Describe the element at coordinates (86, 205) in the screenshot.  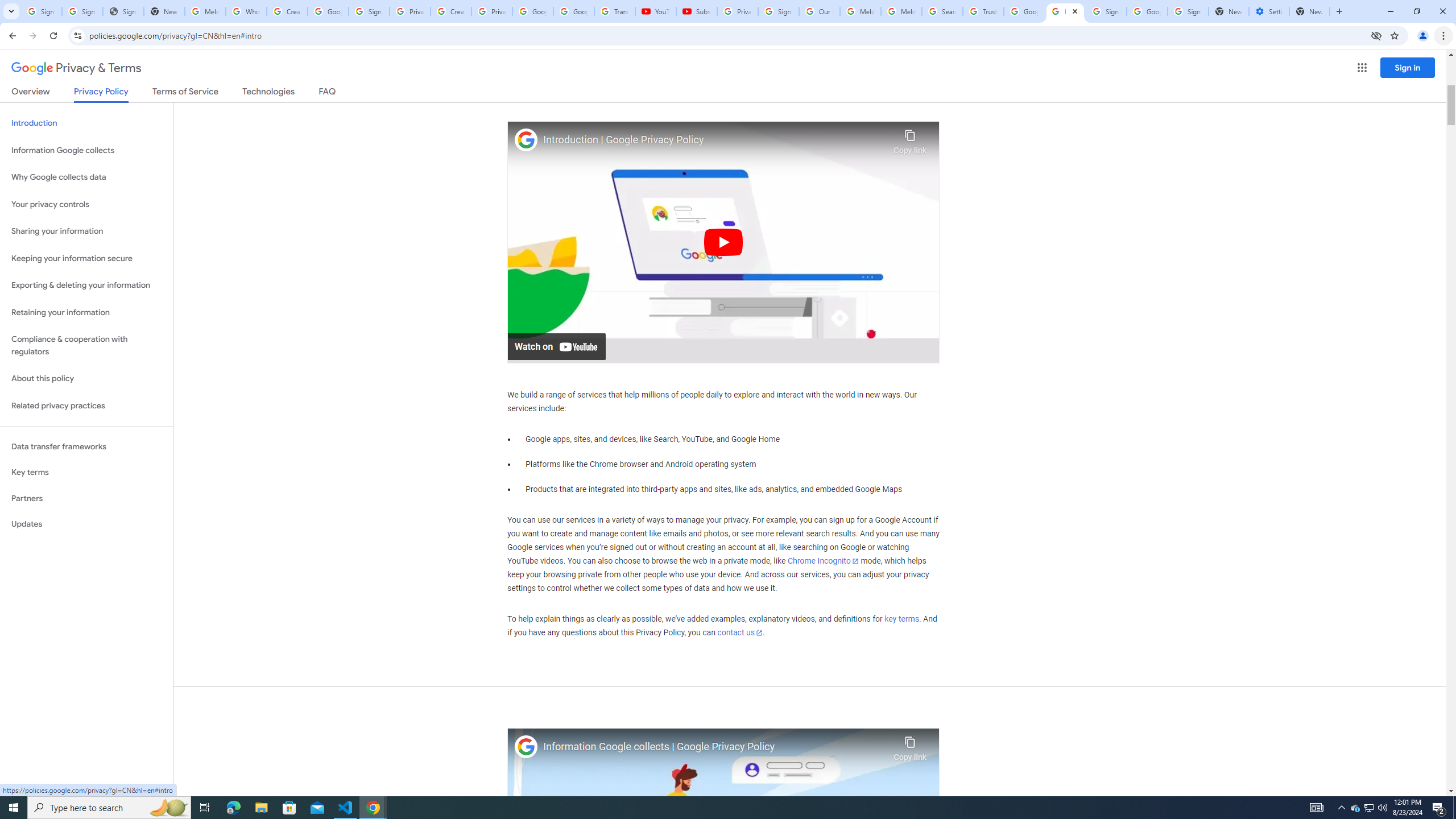
I see `'Your privacy controls'` at that location.